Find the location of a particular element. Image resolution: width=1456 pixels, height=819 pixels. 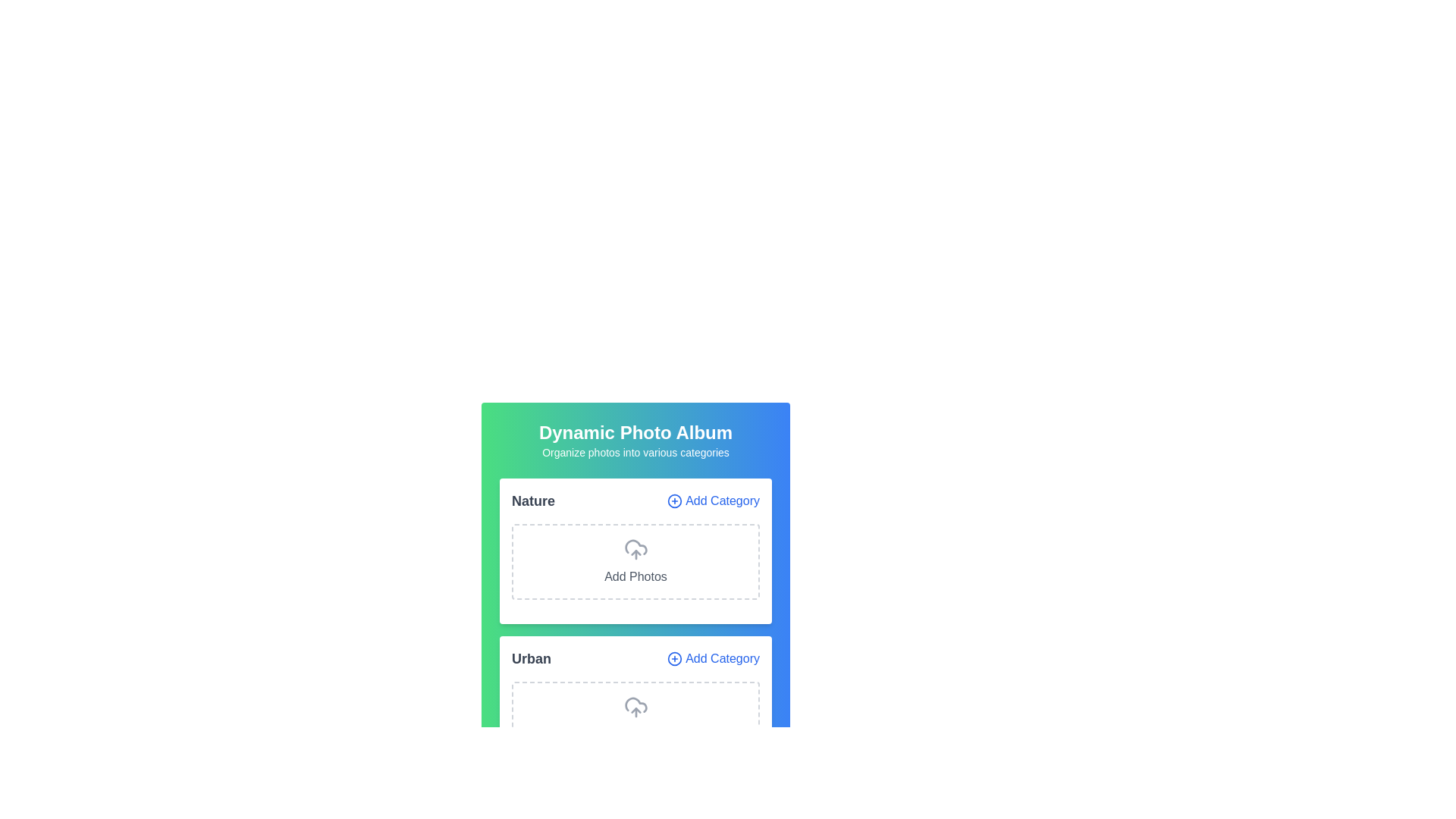

the bordered rectangular area with a dashed outline that contains the text 'Add Photos' and a cloud upload icon, located within the 'Nature' card is located at coordinates (635, 551).